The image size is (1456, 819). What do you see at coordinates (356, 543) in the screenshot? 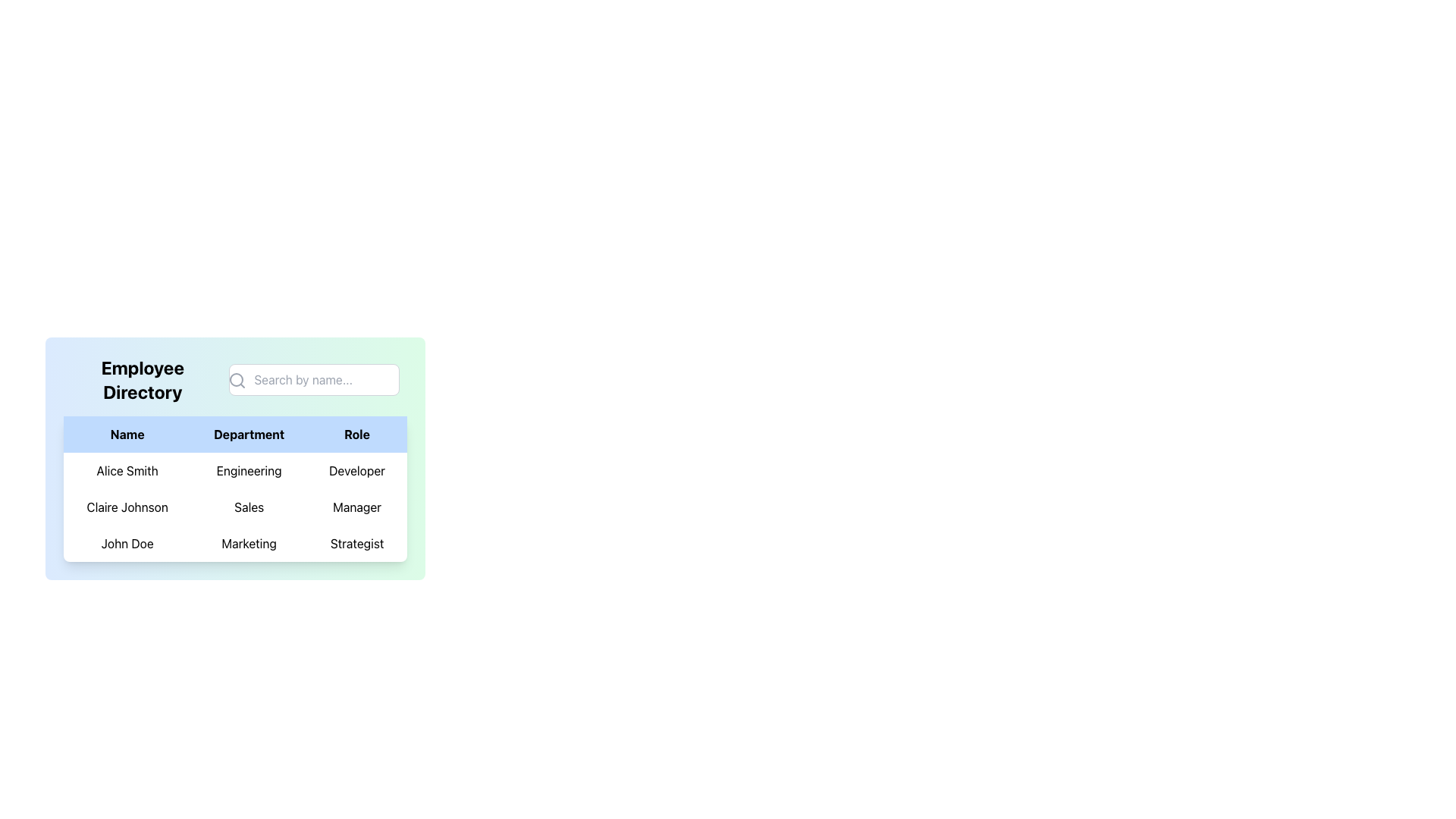
I see `the 'Strategist' label in bold black font located in the 'Role' column of the third row of the table` at bounding box center [356, 543].